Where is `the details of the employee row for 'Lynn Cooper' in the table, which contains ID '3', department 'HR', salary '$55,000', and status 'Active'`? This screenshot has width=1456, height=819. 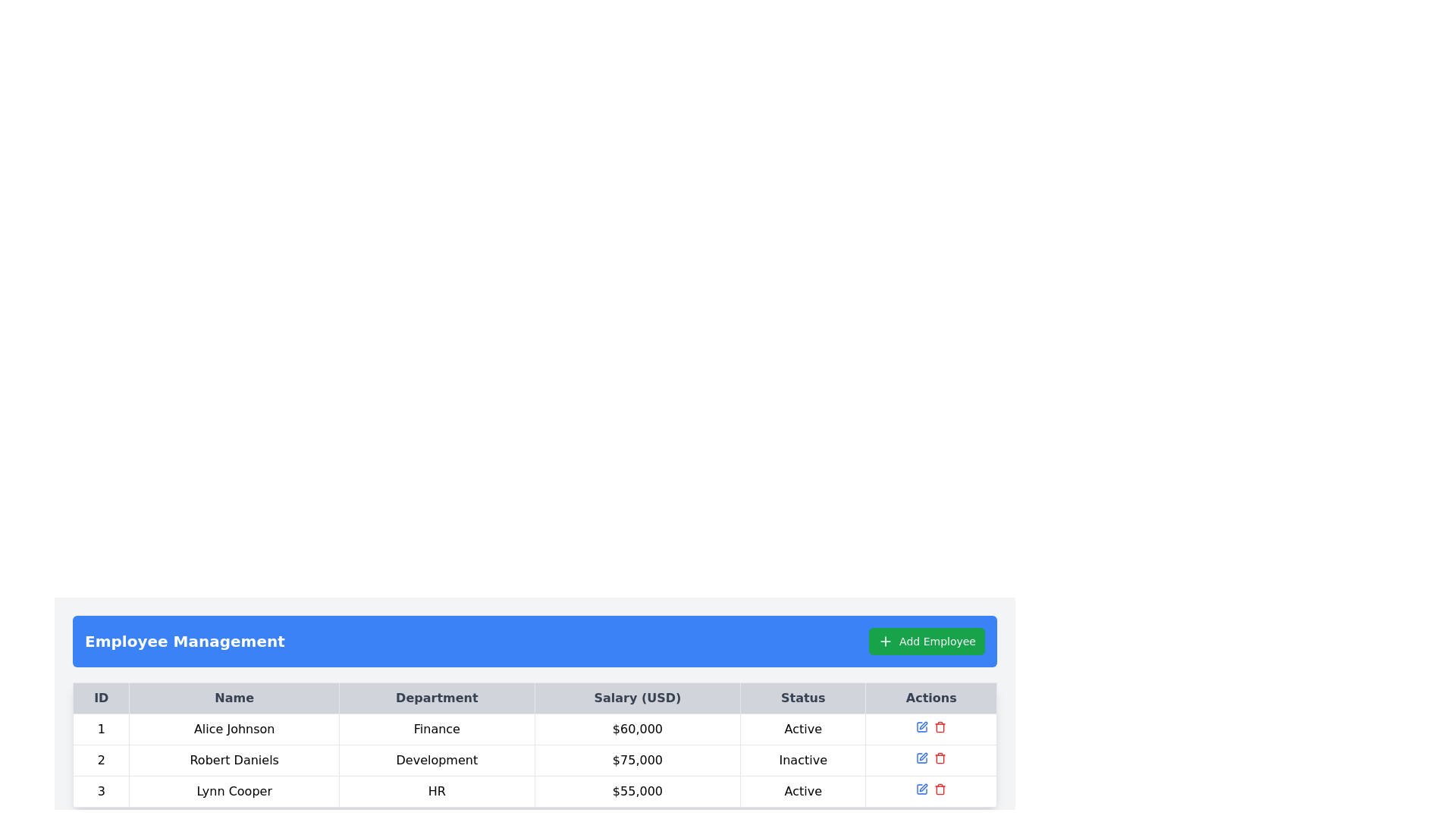
the details of the employee row for 'Lynn Cooper' in the table, which contains ID '3', department 'HR', salary '$55,000', and status 'Active' is located at coordinates (535, 791).